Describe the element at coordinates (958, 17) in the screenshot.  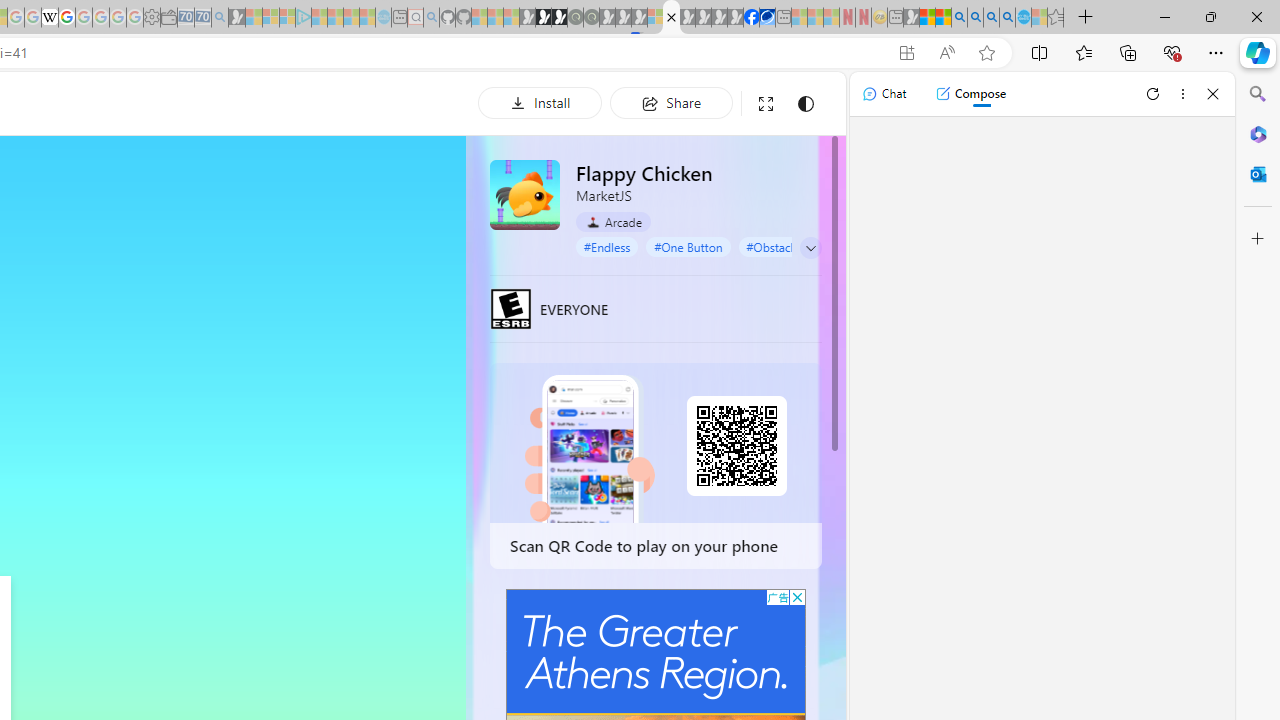
I see `'Bing AI - Search'` at that location.